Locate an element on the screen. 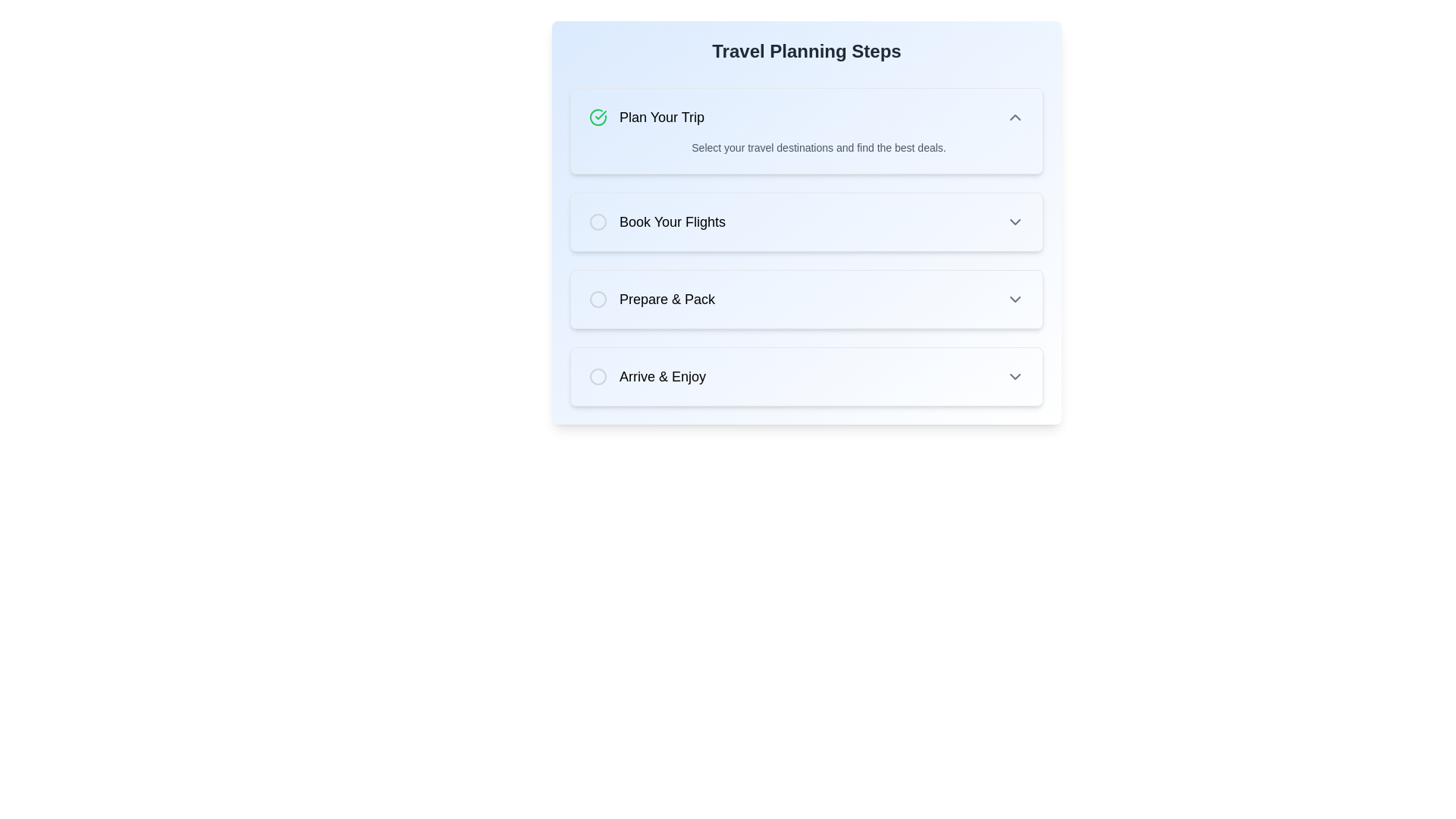 Image resolution: width=1456 pixels, height=819 pixels. the status indicator icon, which is a circular icon with a green outline and a checkmark in the center, located to the left of the 'Plan Your Trip' text in the first item of the travel planning steps is located at coordinates (597, 116).